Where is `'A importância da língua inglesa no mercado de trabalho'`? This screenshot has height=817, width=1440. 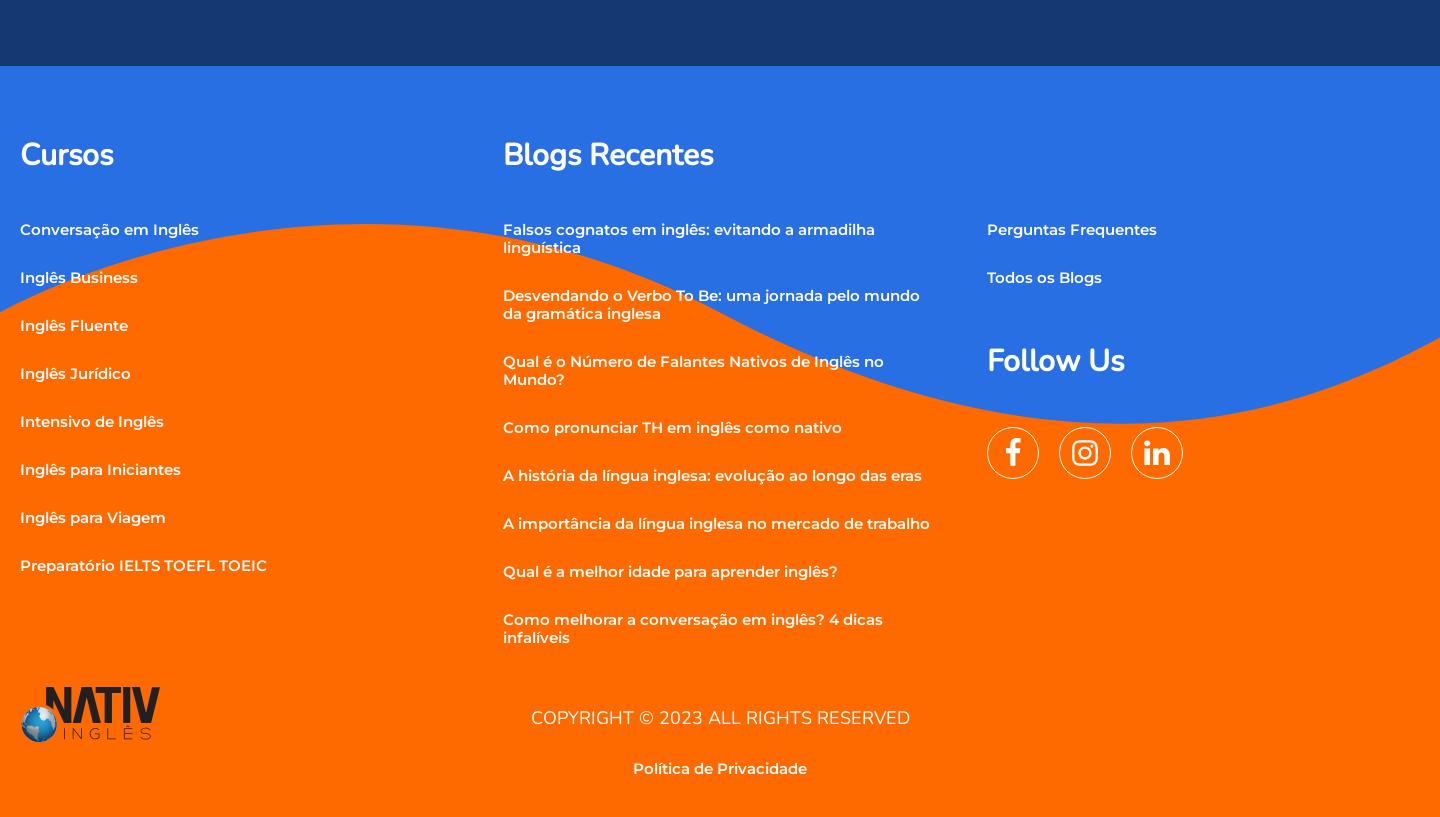
'A importância da língua inglesa no mercado de trabalho' is located at coordinates (716, 521).